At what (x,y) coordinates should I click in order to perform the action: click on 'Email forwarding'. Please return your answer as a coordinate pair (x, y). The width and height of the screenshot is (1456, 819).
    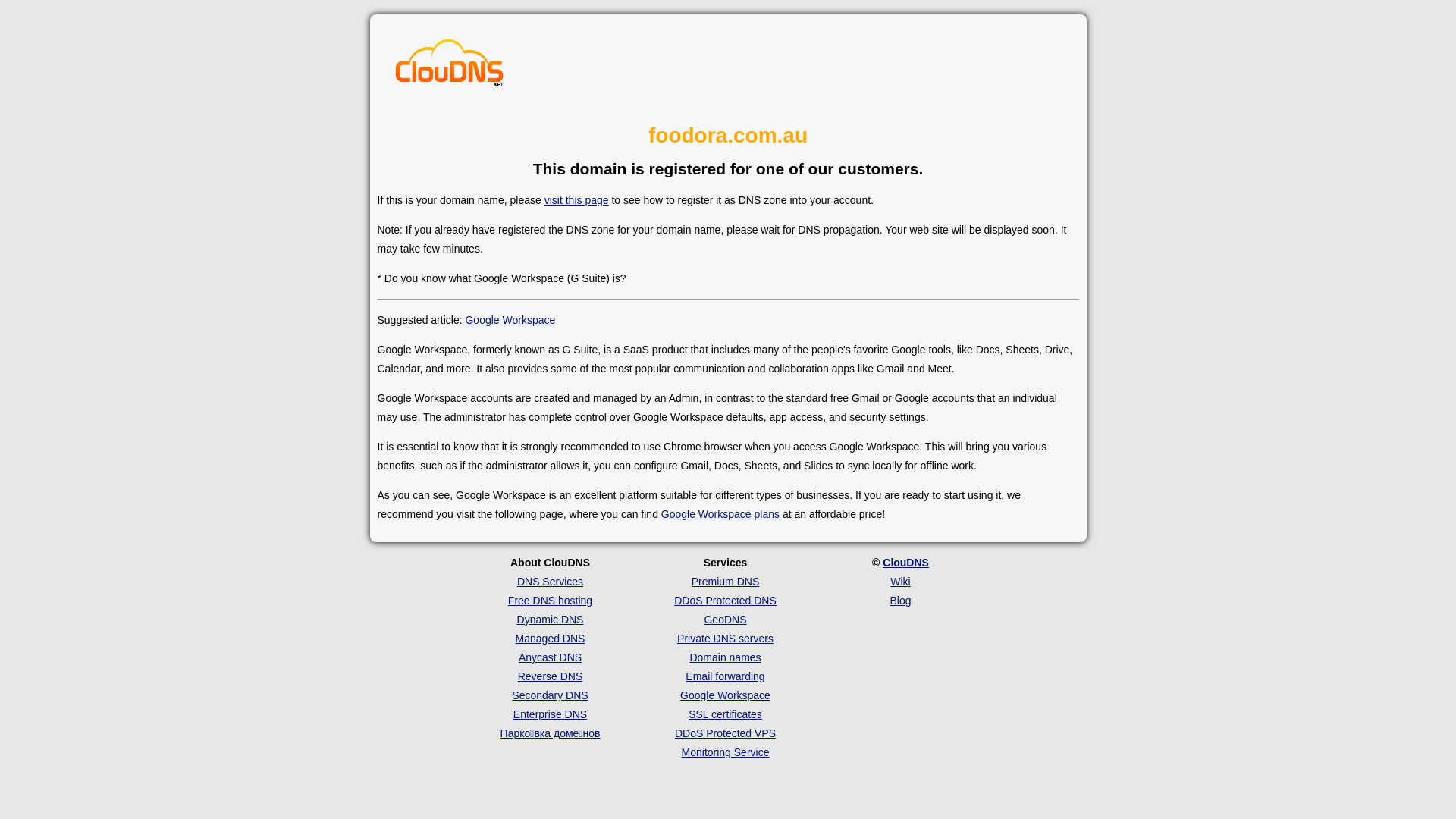
    Looking at the image, I should click on (684, 675).